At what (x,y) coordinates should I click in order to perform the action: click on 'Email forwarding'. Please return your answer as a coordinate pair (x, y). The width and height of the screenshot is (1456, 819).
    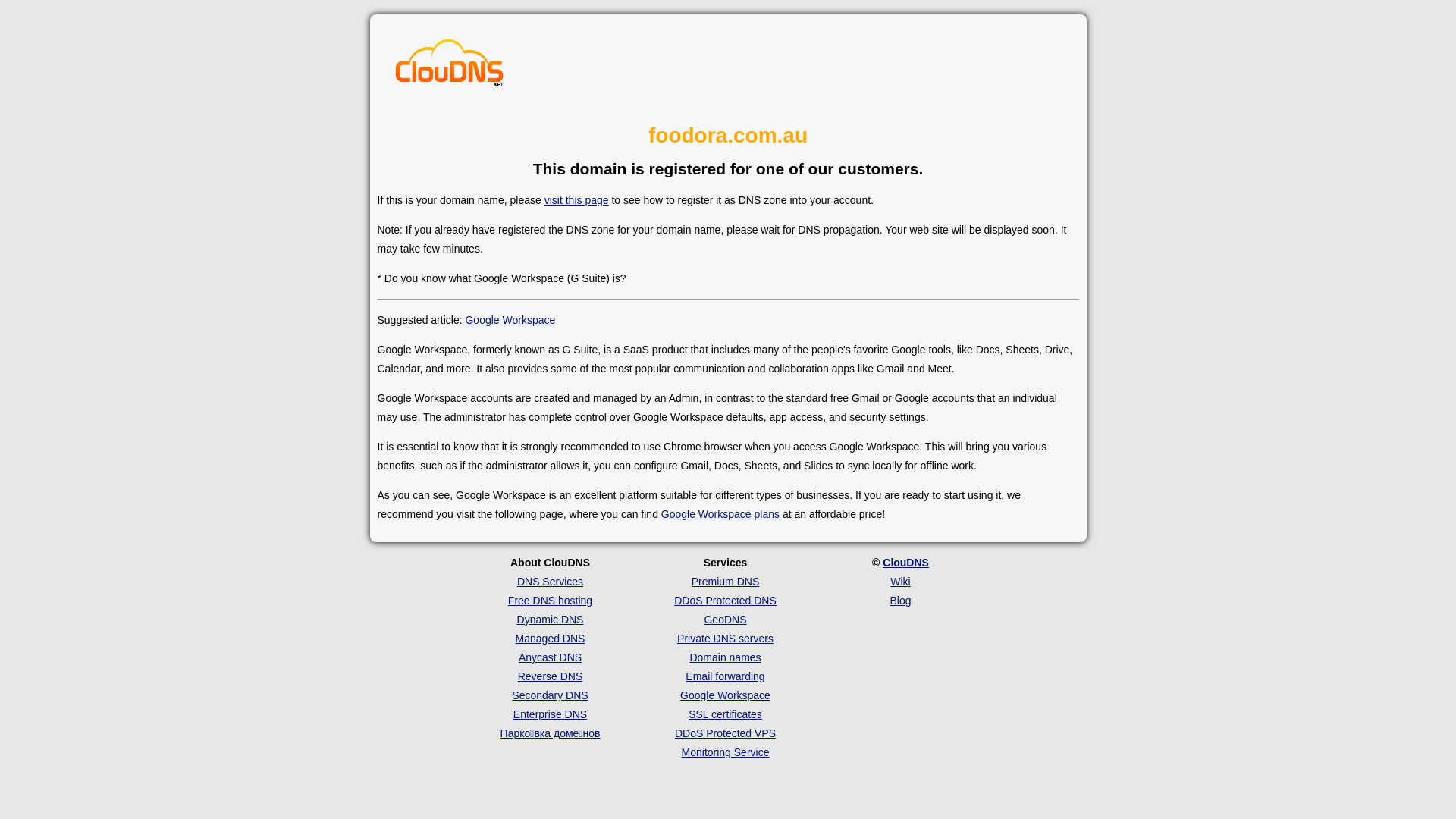
    Looking at the image, I should click on (684, 675).